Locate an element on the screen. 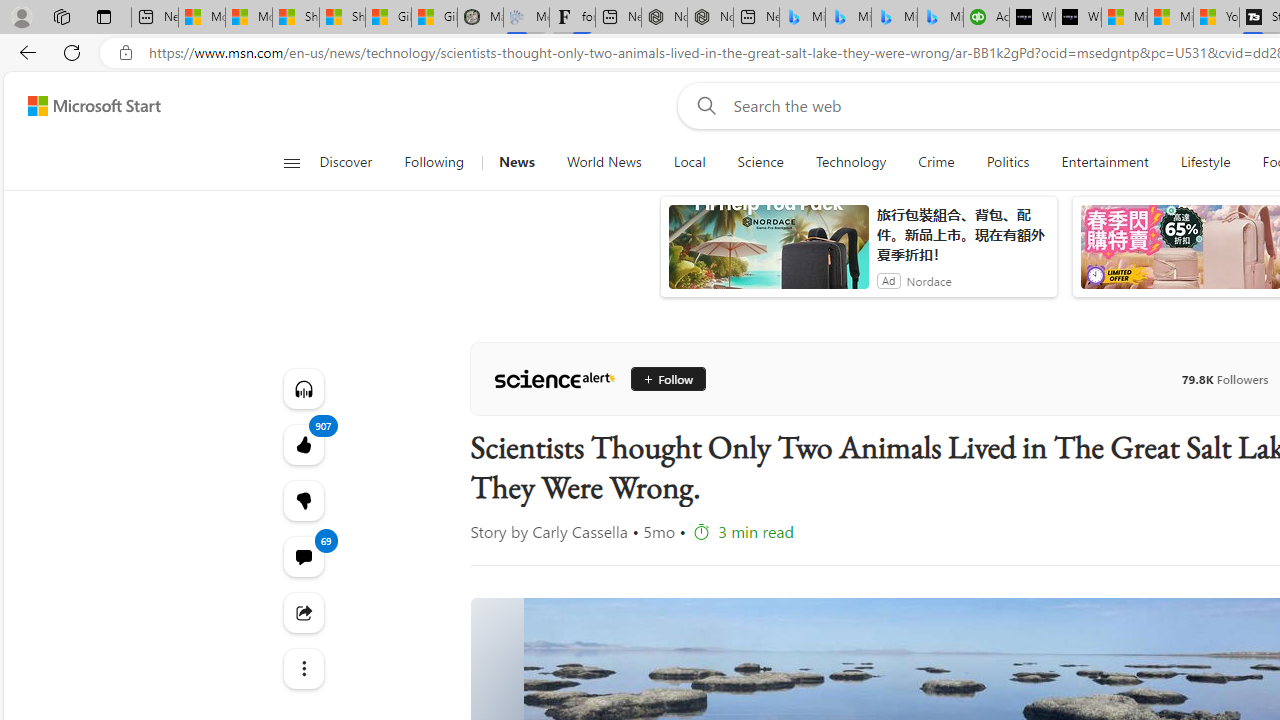 The height and width of the screenshot is (720, 1280). 'Microsoft Start' is located at coordinates (93, 105).